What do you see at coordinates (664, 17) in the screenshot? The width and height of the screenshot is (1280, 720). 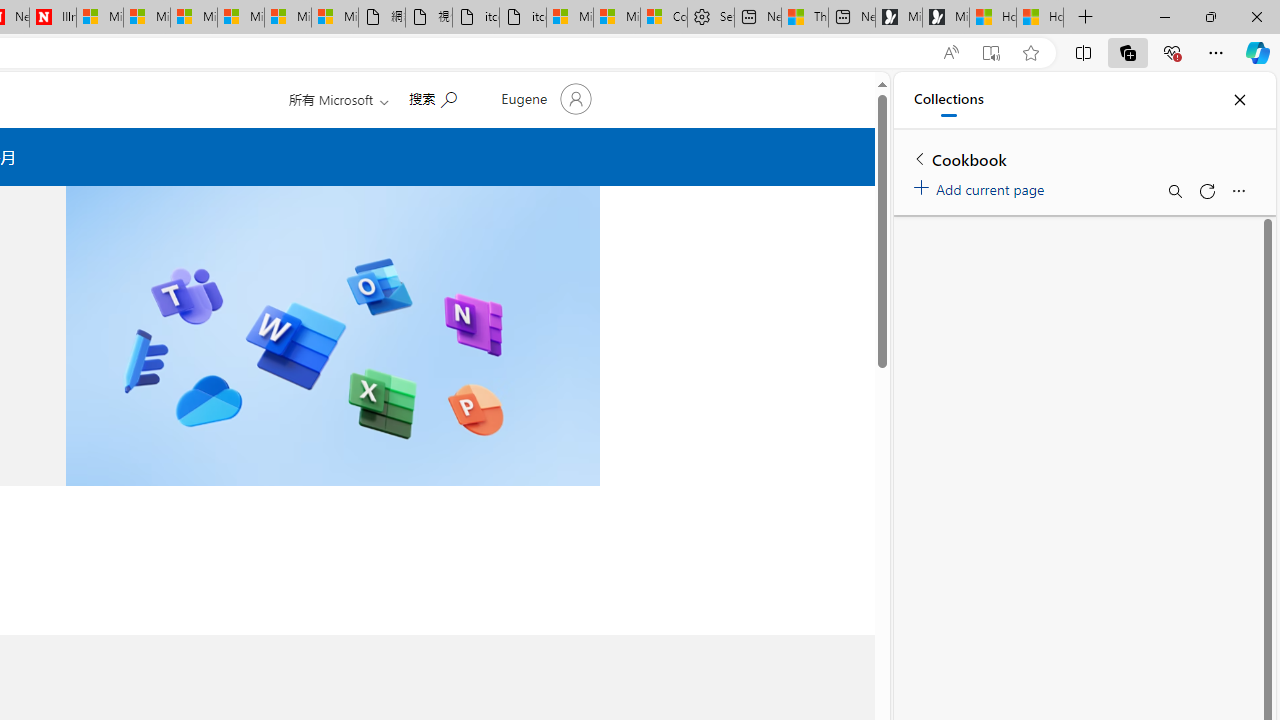 I see `'Consumer Health Data Privacy Policy'` at bounding box center [664, 17].